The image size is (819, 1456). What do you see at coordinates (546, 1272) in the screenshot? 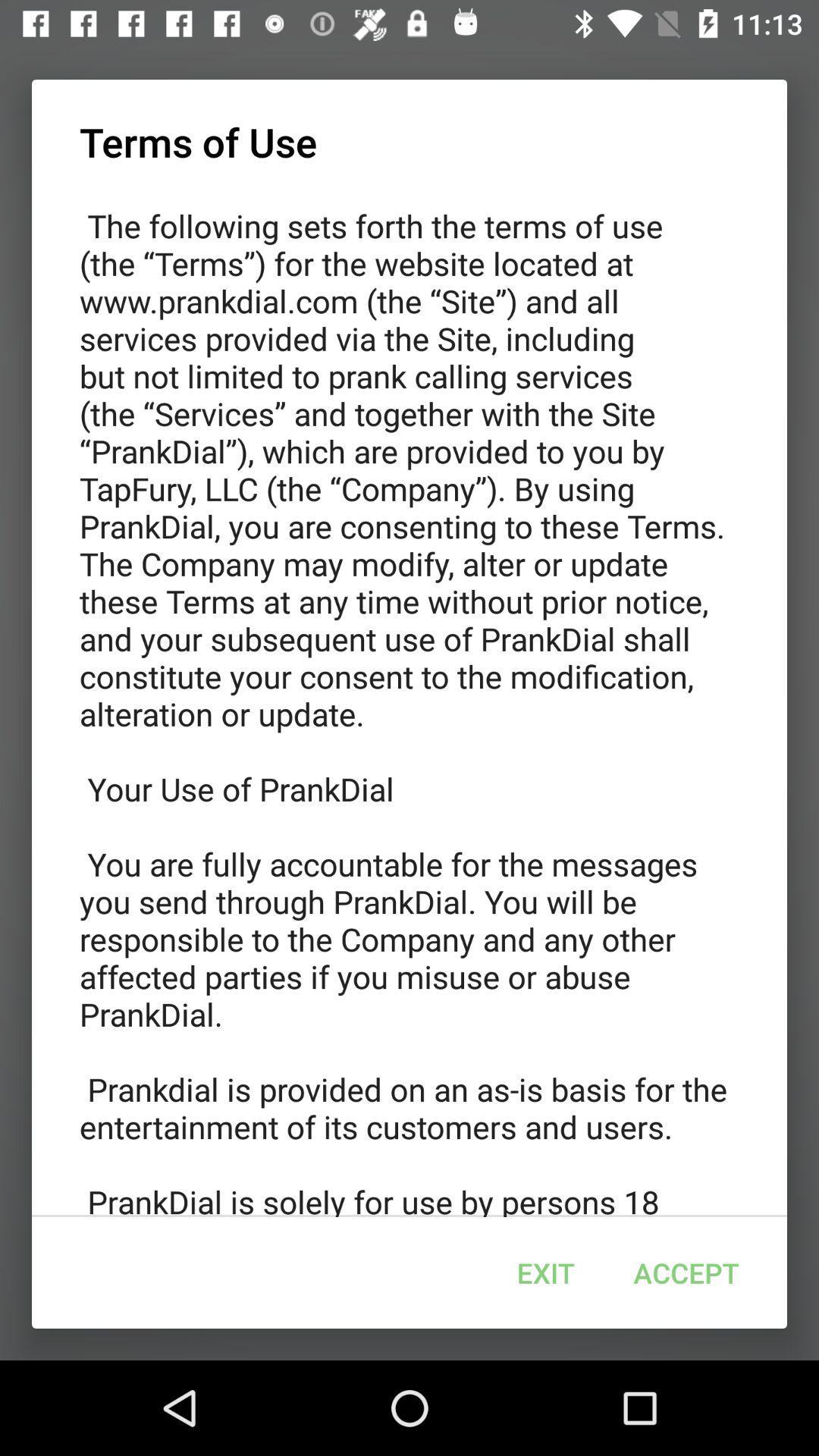
I see `the exit item` at bounding box center [546, 1272].